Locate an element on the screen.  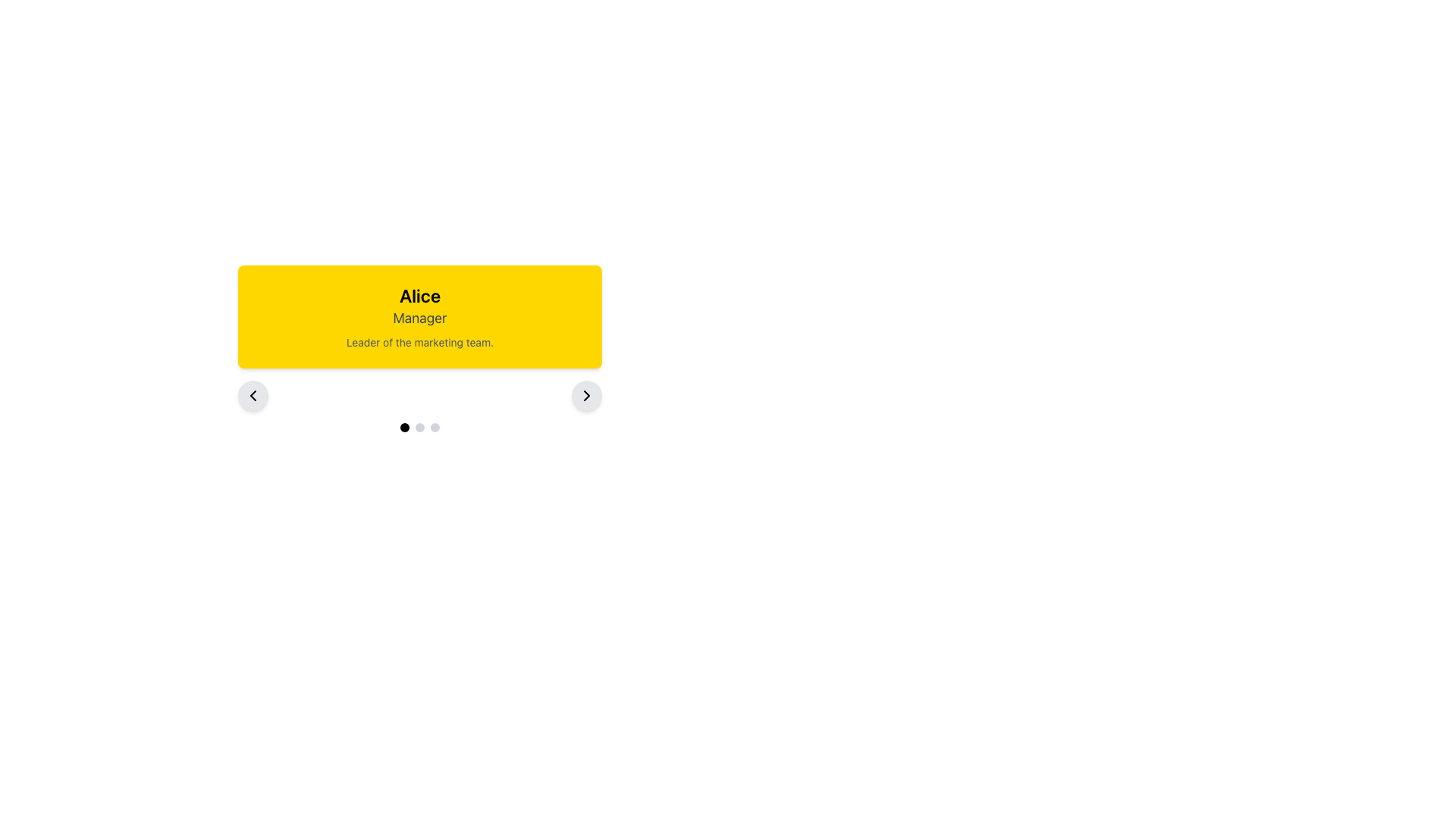
the Chevron icon inside the circular button located at the bottom-right corner of the yellow card displaying information about 'Alice, Manager' is located at coordinates (585, 394).